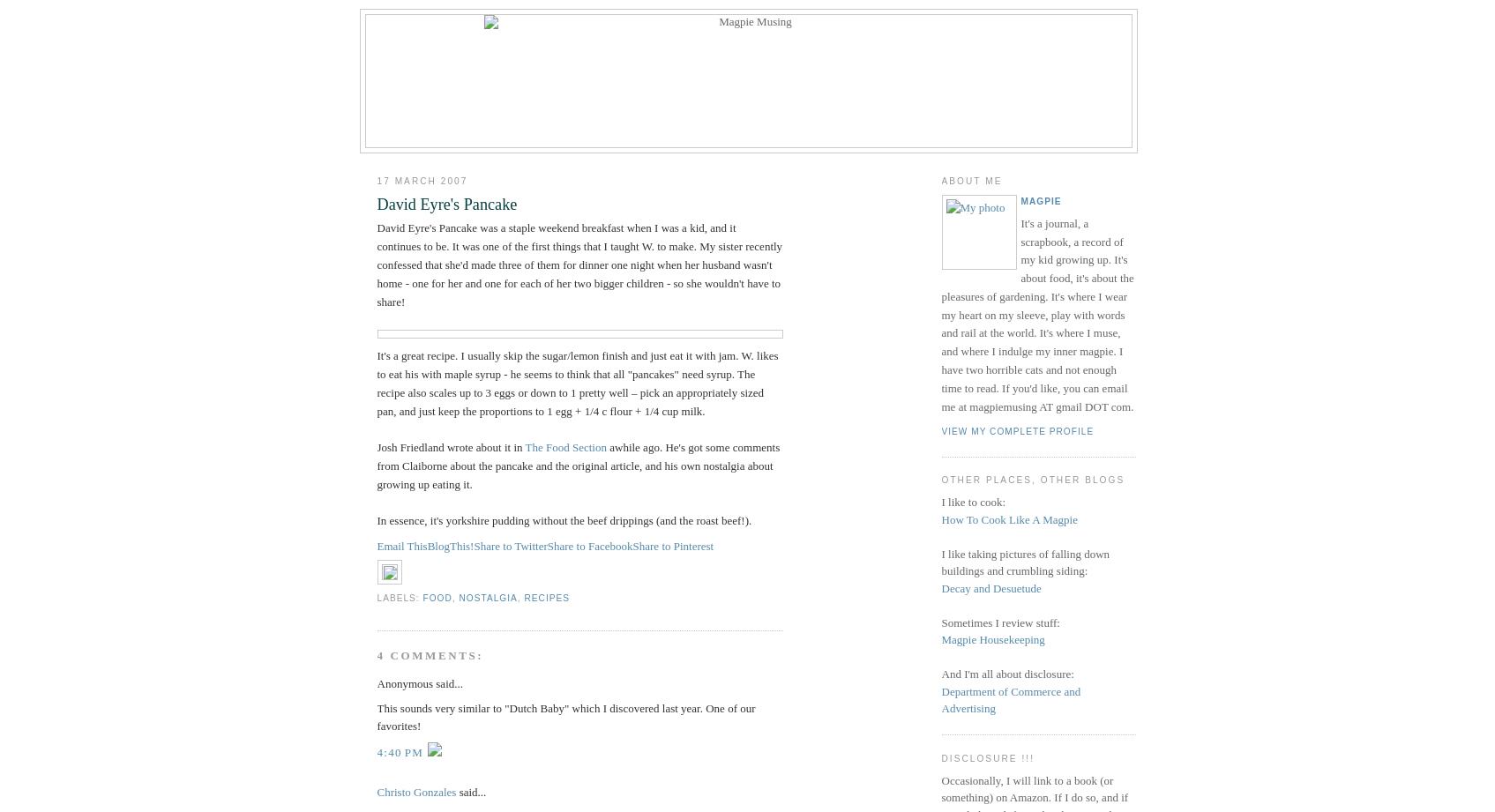 Image resolution: width=1495 pixels, height=812 pixels. Describe the element at coordinates (1041, 199) in the screenshot. I see `'Magpie'` at that location.